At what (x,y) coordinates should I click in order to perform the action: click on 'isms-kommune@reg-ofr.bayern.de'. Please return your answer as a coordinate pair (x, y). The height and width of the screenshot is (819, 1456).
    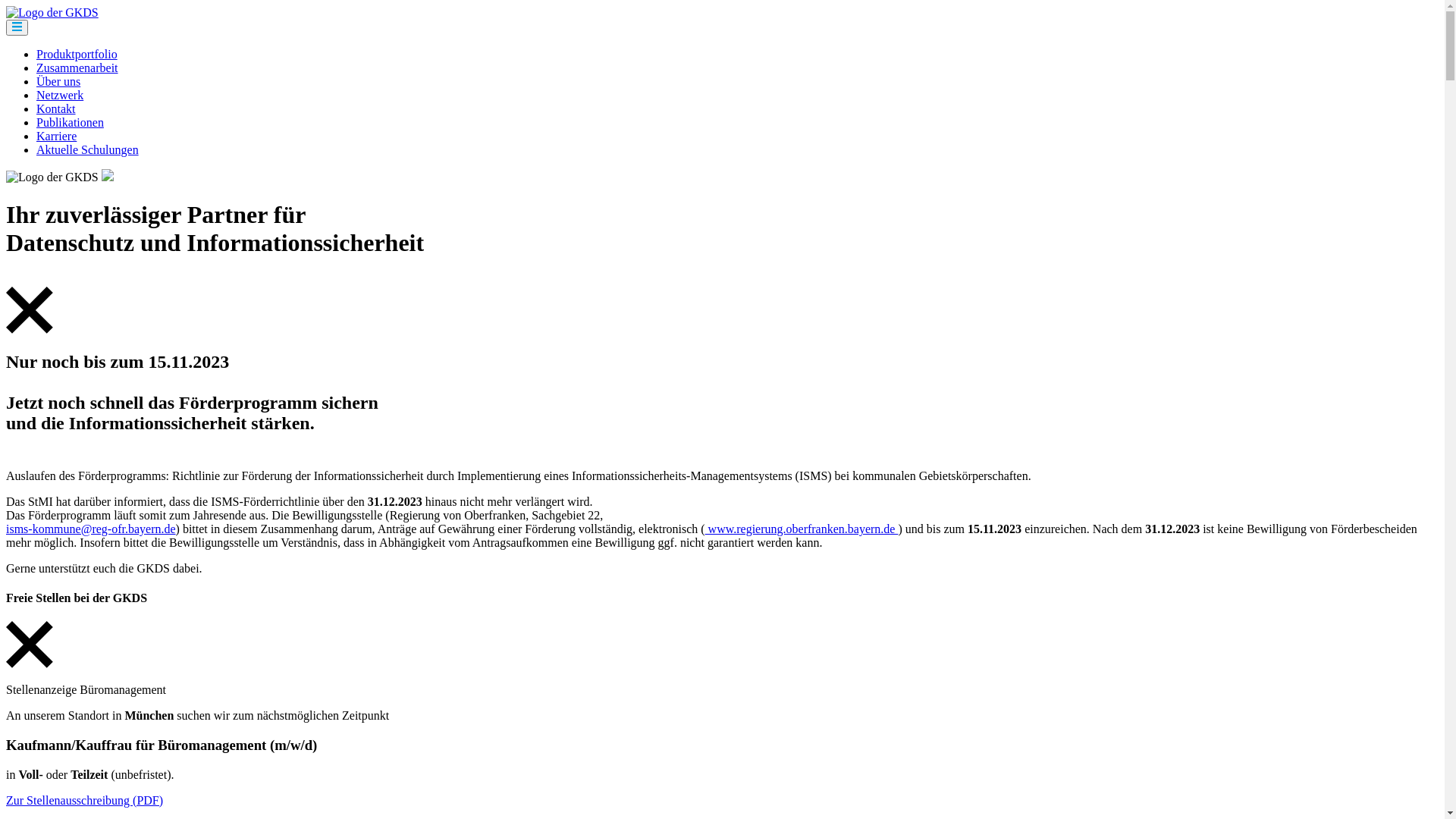
    Looking at the image, I should click on (90, 528).